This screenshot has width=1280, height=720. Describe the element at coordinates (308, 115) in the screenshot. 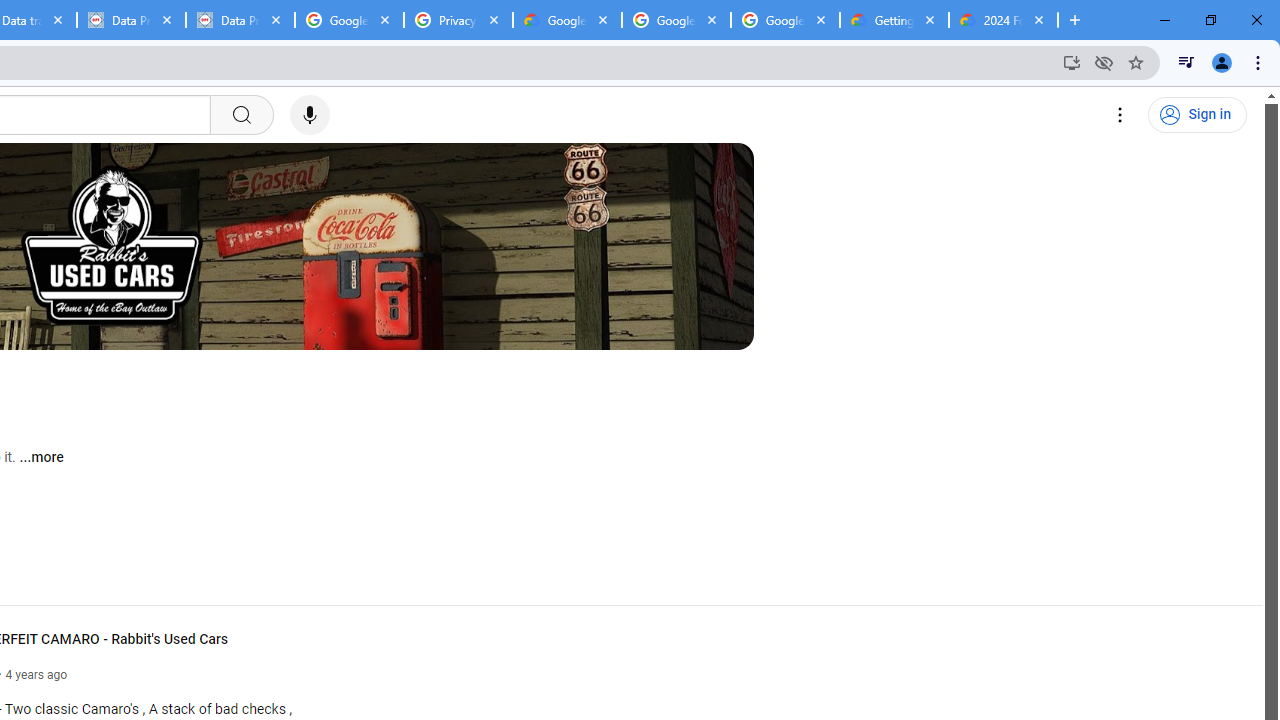

I see `'Search with your voice'` at that location.